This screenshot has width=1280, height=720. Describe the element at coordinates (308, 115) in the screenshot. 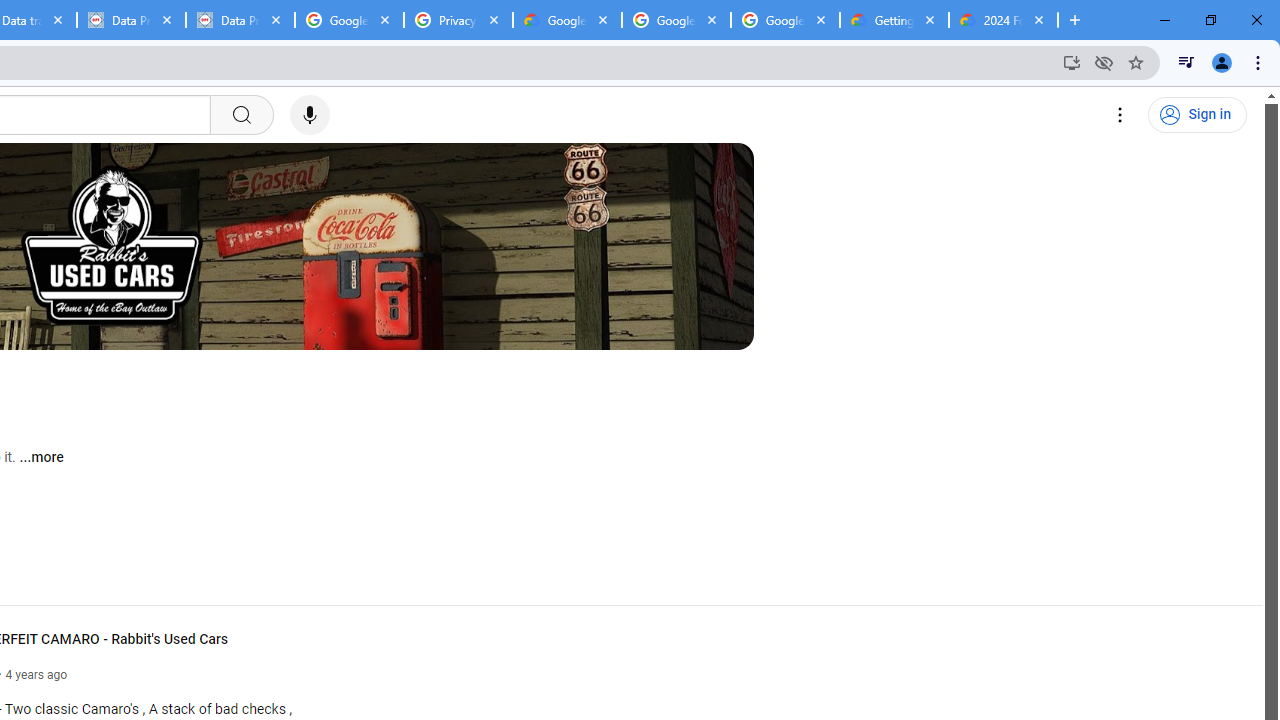

I see `'Search with your voice'` at that location.